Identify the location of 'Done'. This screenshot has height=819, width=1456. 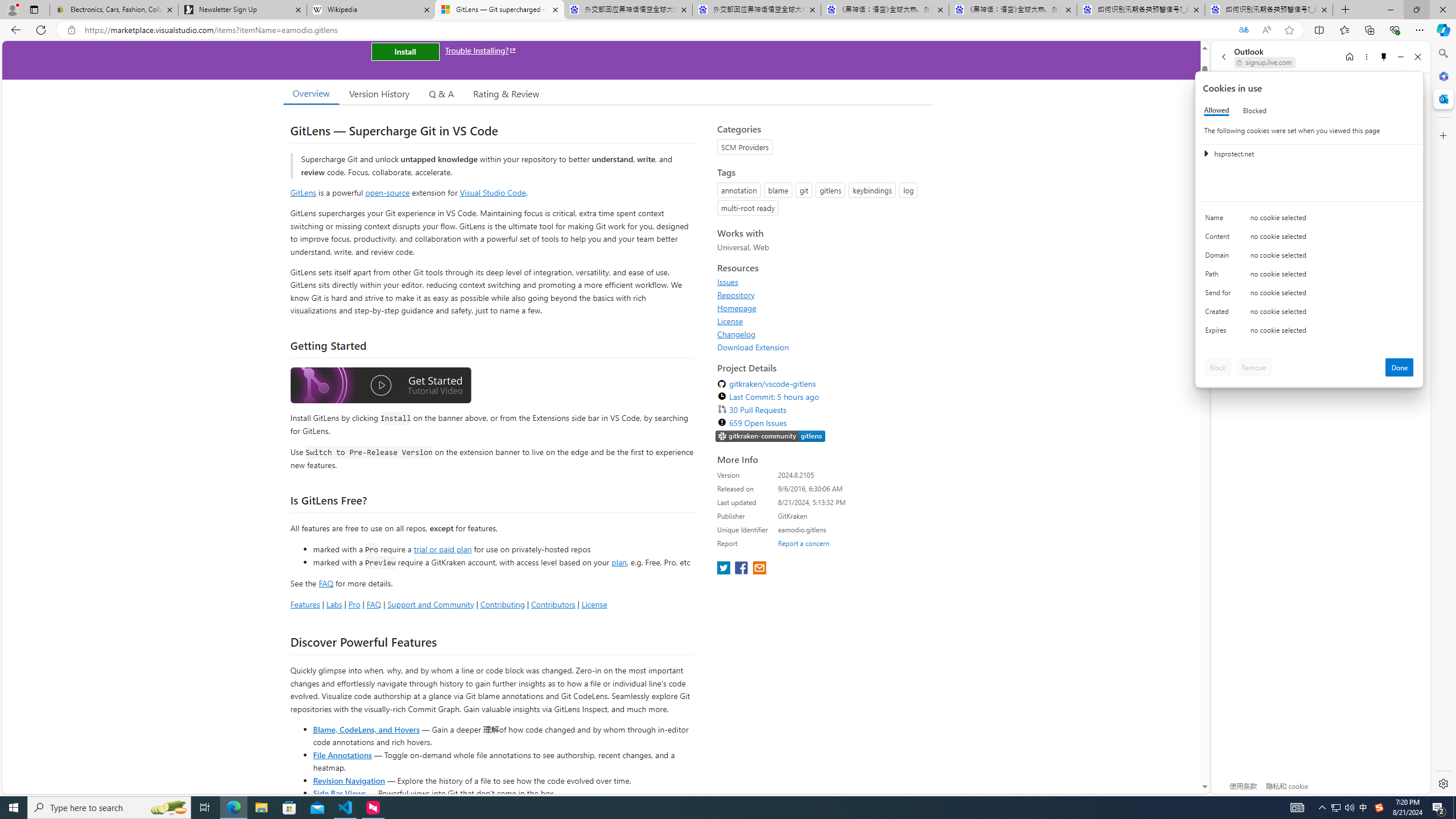
(1400, 367).